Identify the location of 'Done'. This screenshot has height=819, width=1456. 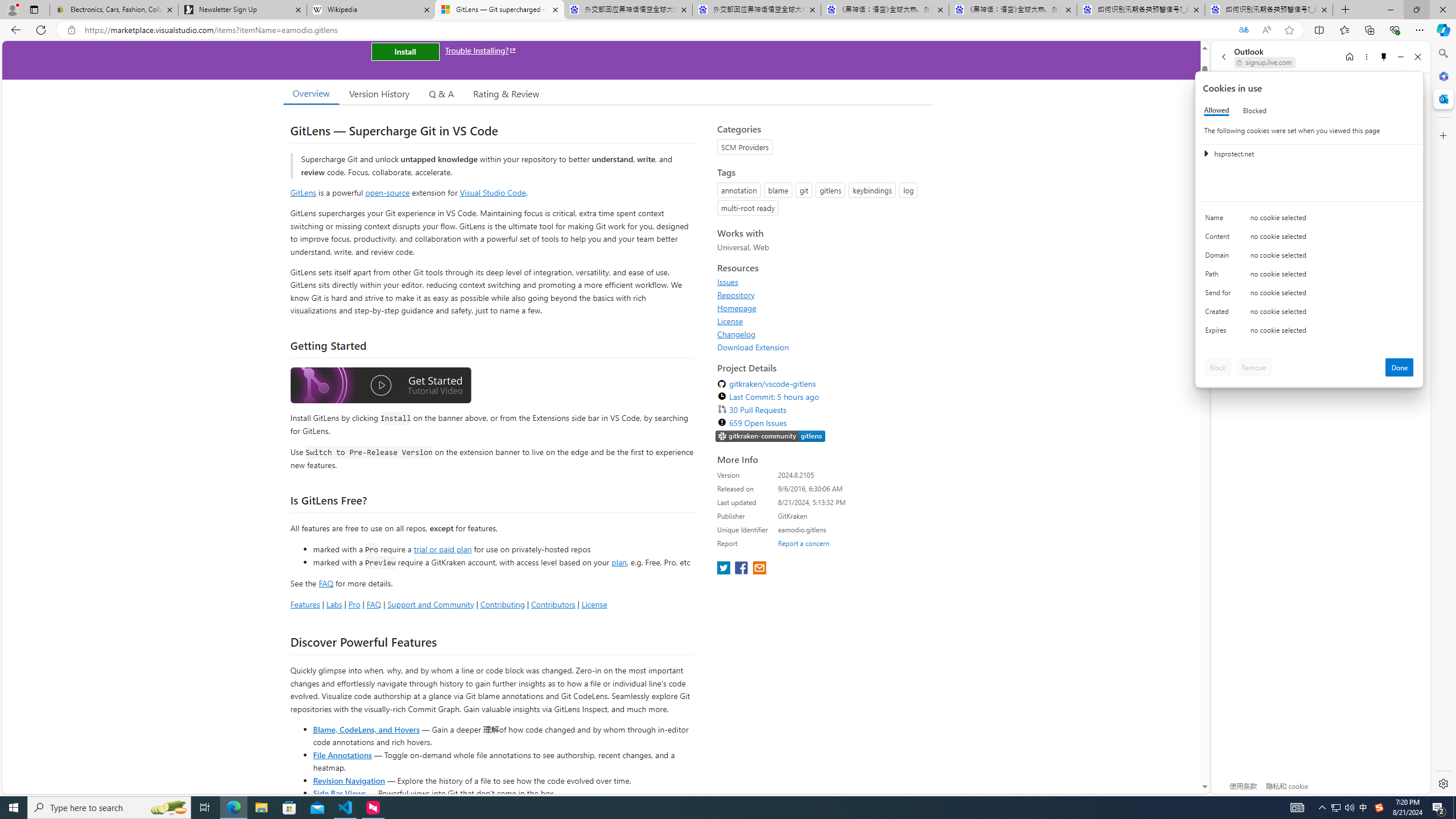
(1400, 367).